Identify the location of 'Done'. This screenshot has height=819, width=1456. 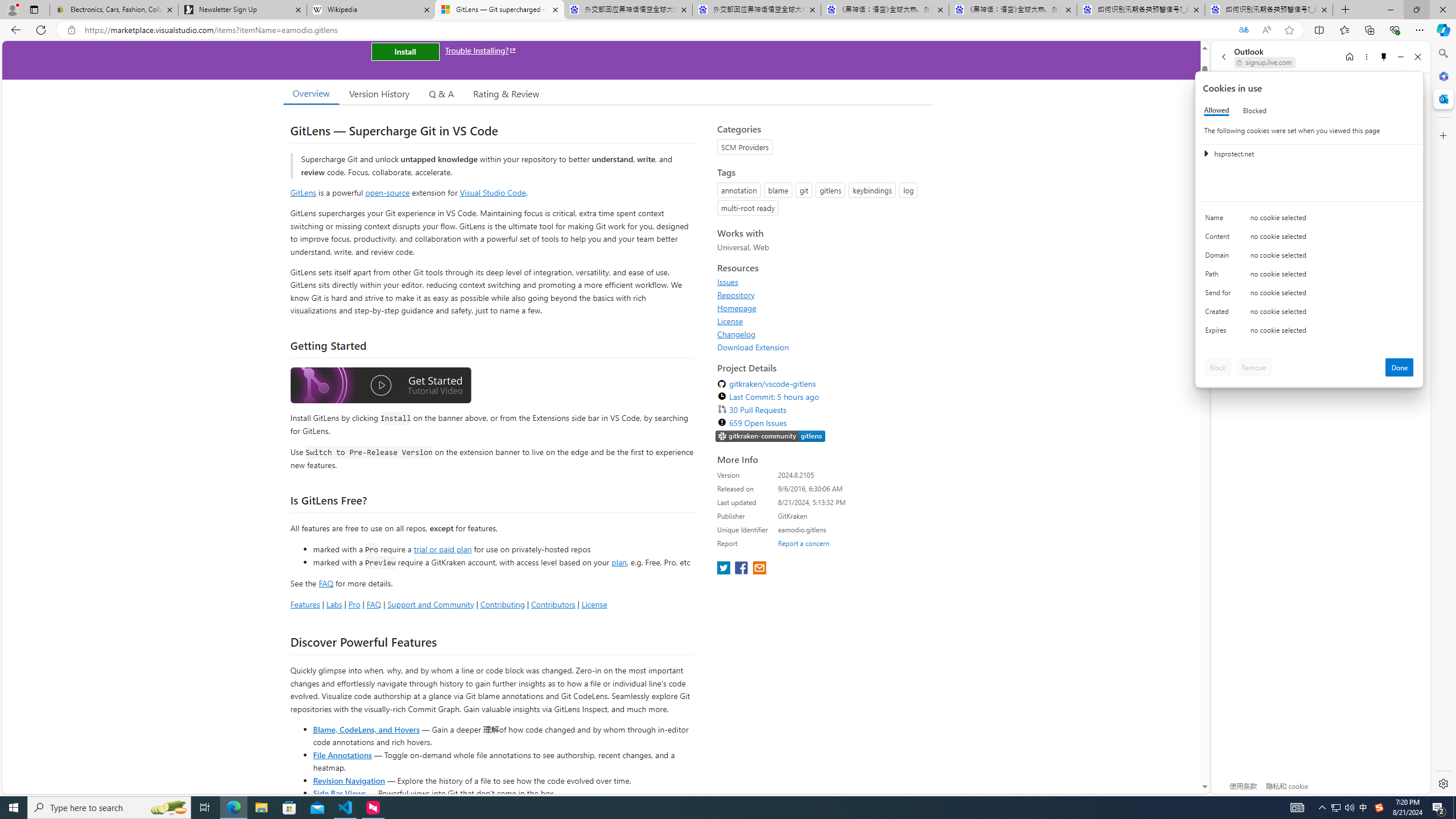
(1400, 367).